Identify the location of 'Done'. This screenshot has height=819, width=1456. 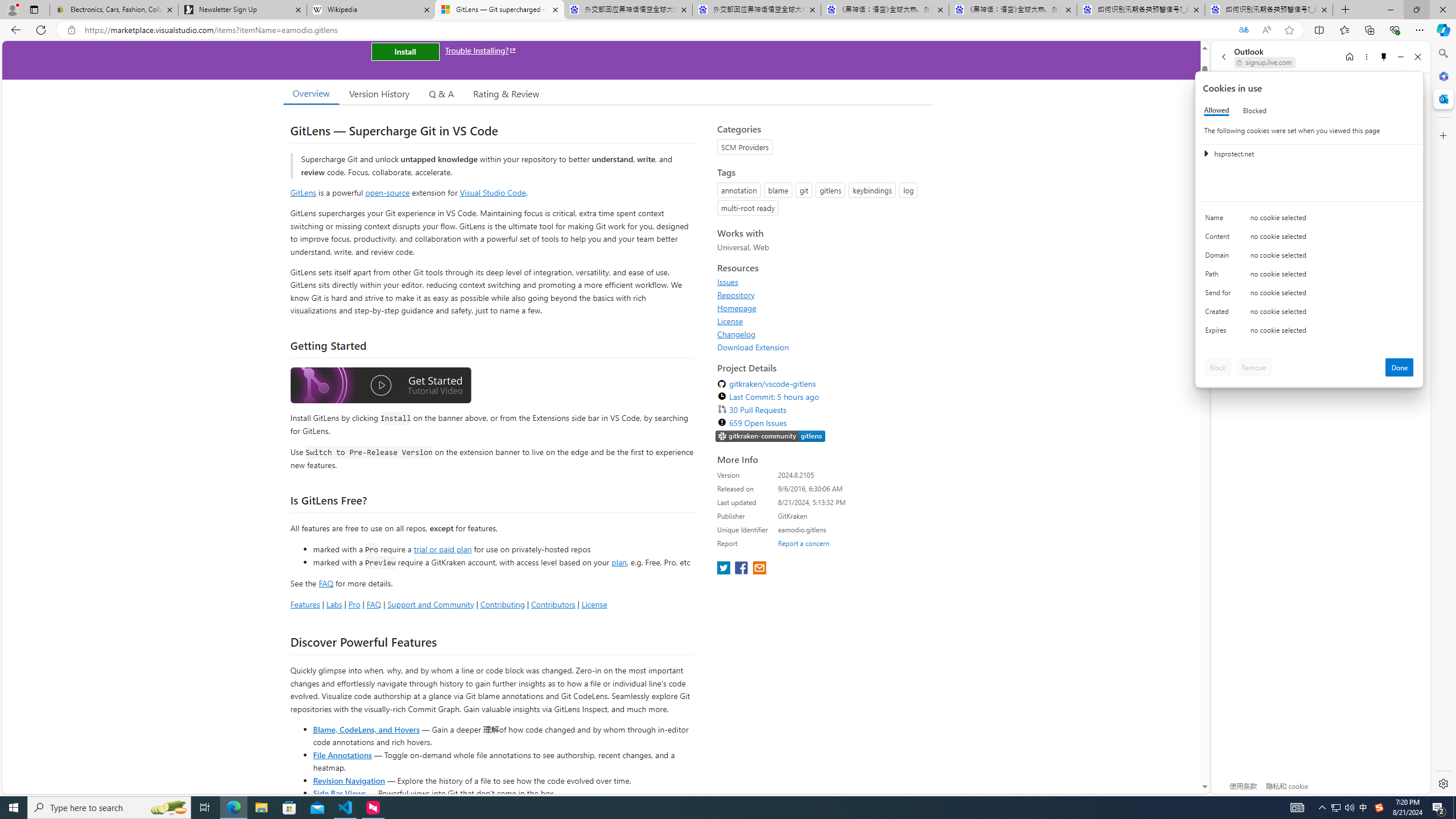
(1400, 367).